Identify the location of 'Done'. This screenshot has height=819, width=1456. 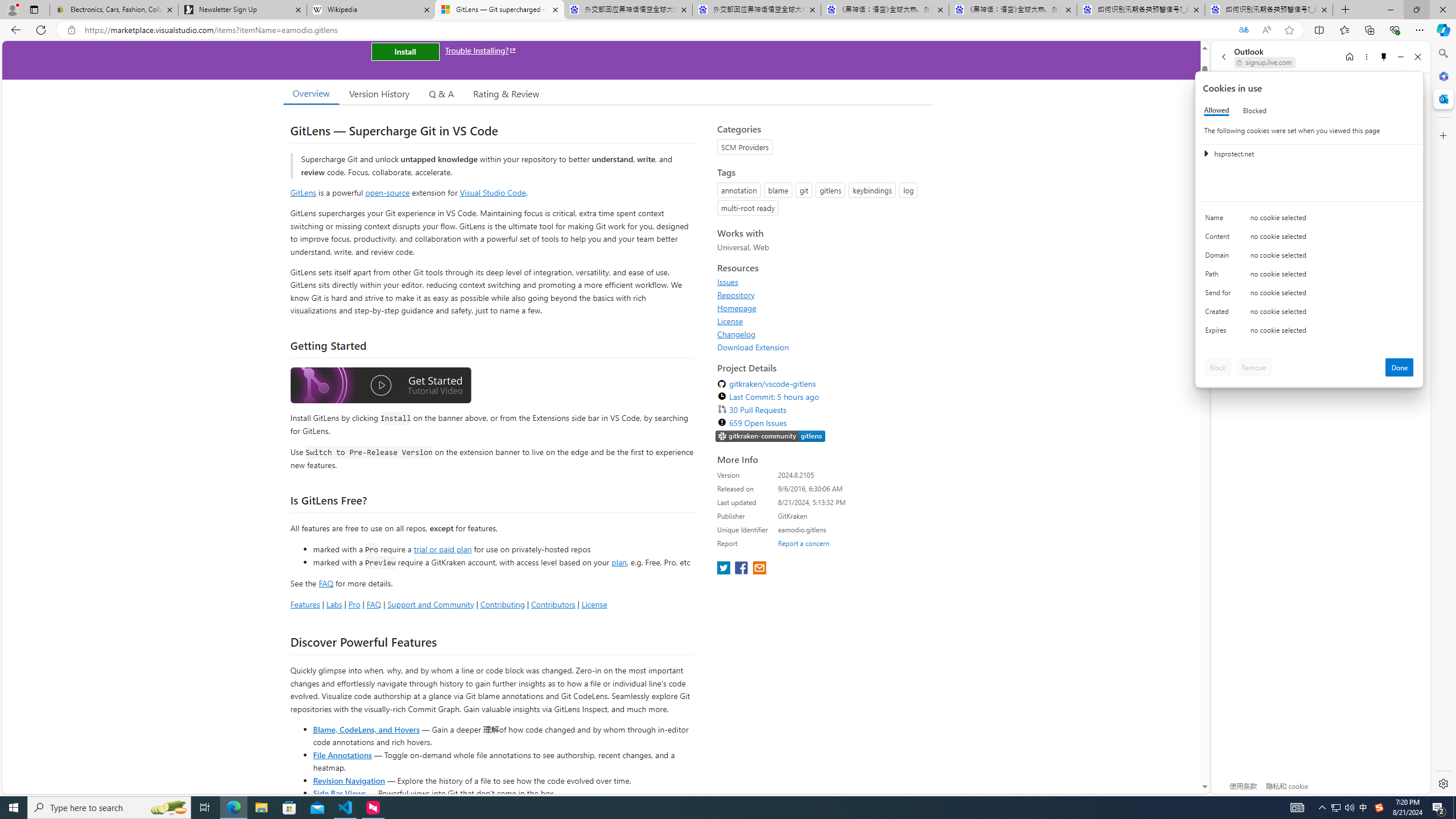
(1400, 367).